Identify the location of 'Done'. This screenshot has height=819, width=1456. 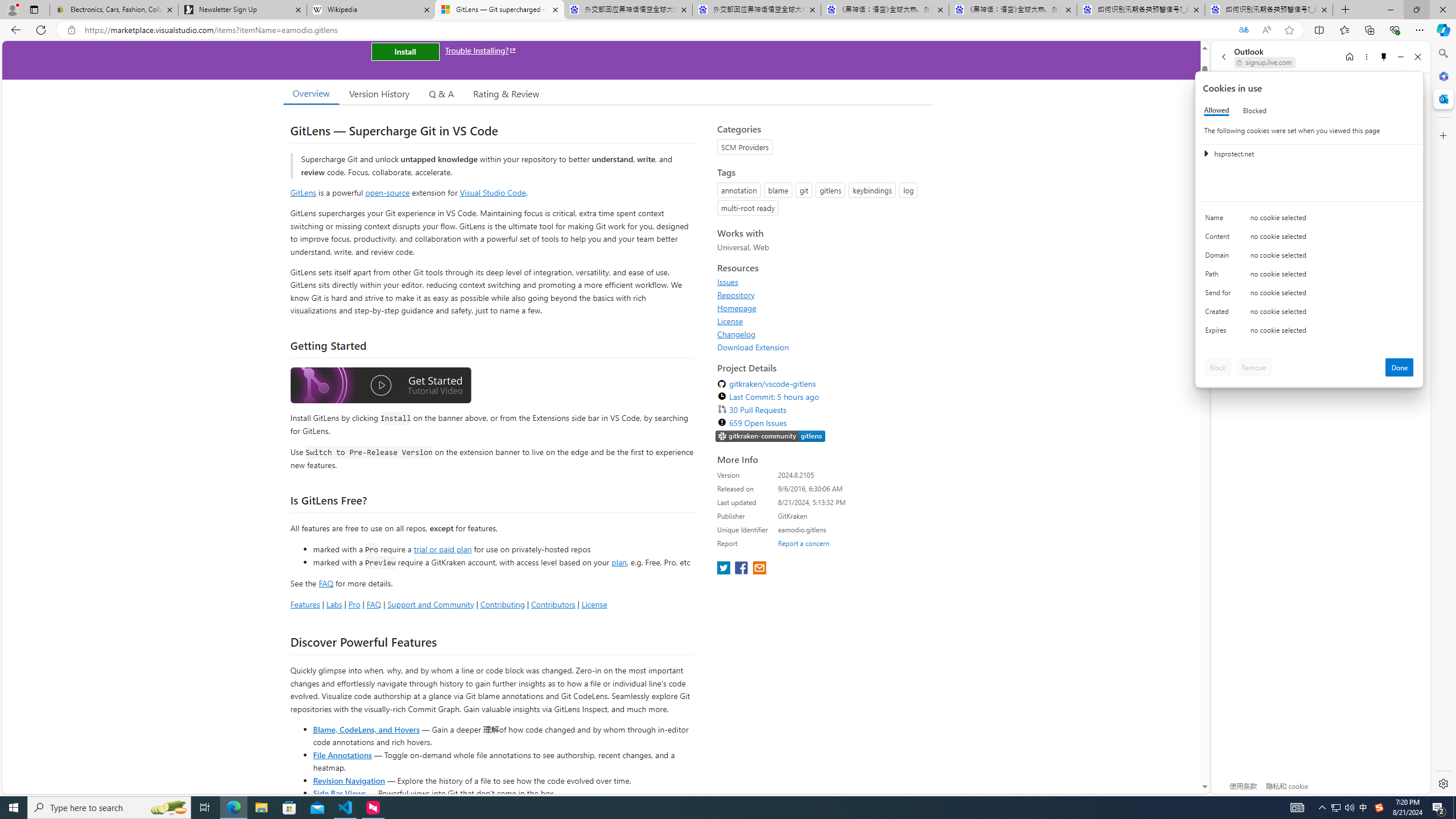
(1400, 367).